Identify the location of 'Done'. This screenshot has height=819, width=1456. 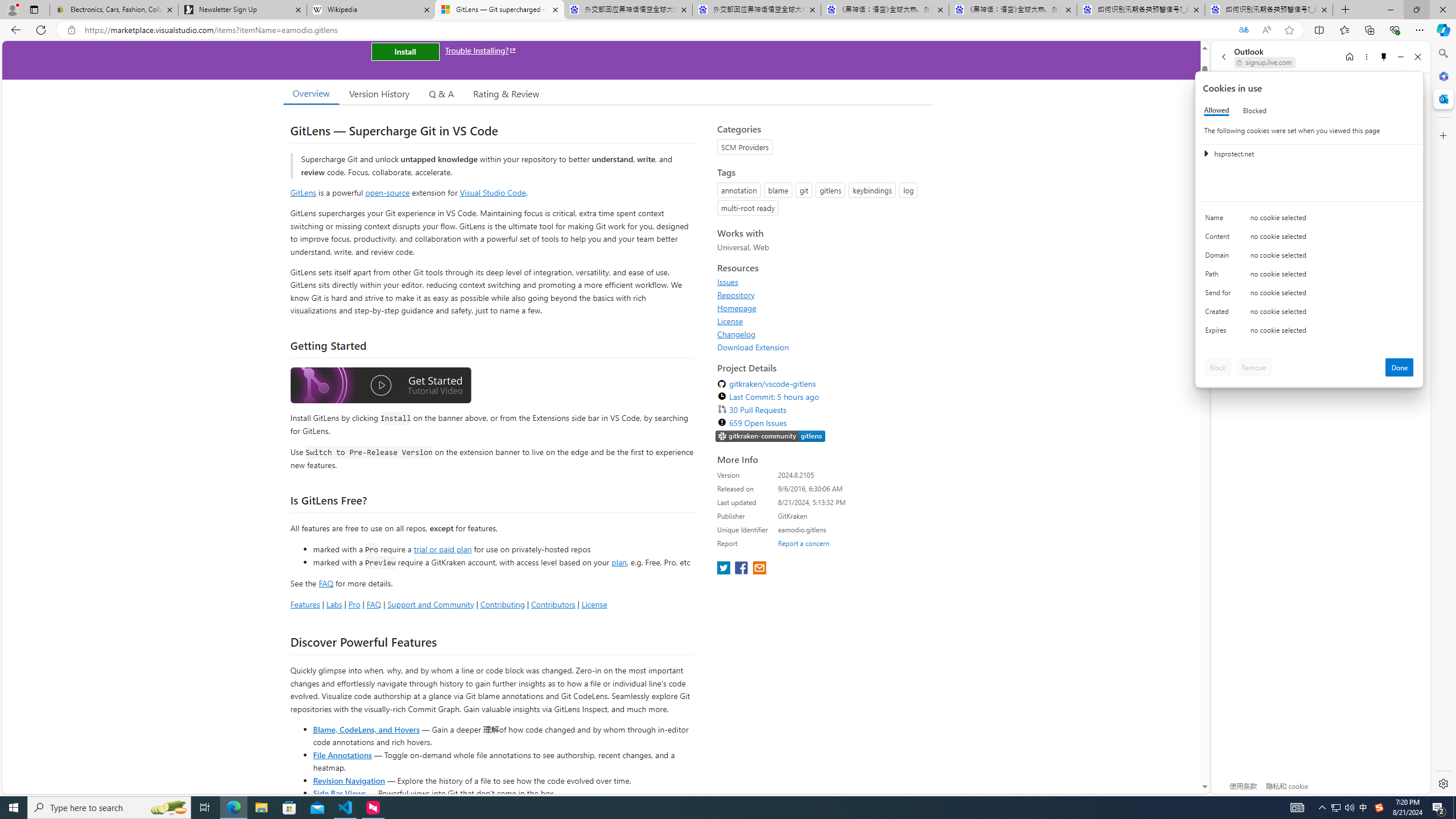
(1400, 367).